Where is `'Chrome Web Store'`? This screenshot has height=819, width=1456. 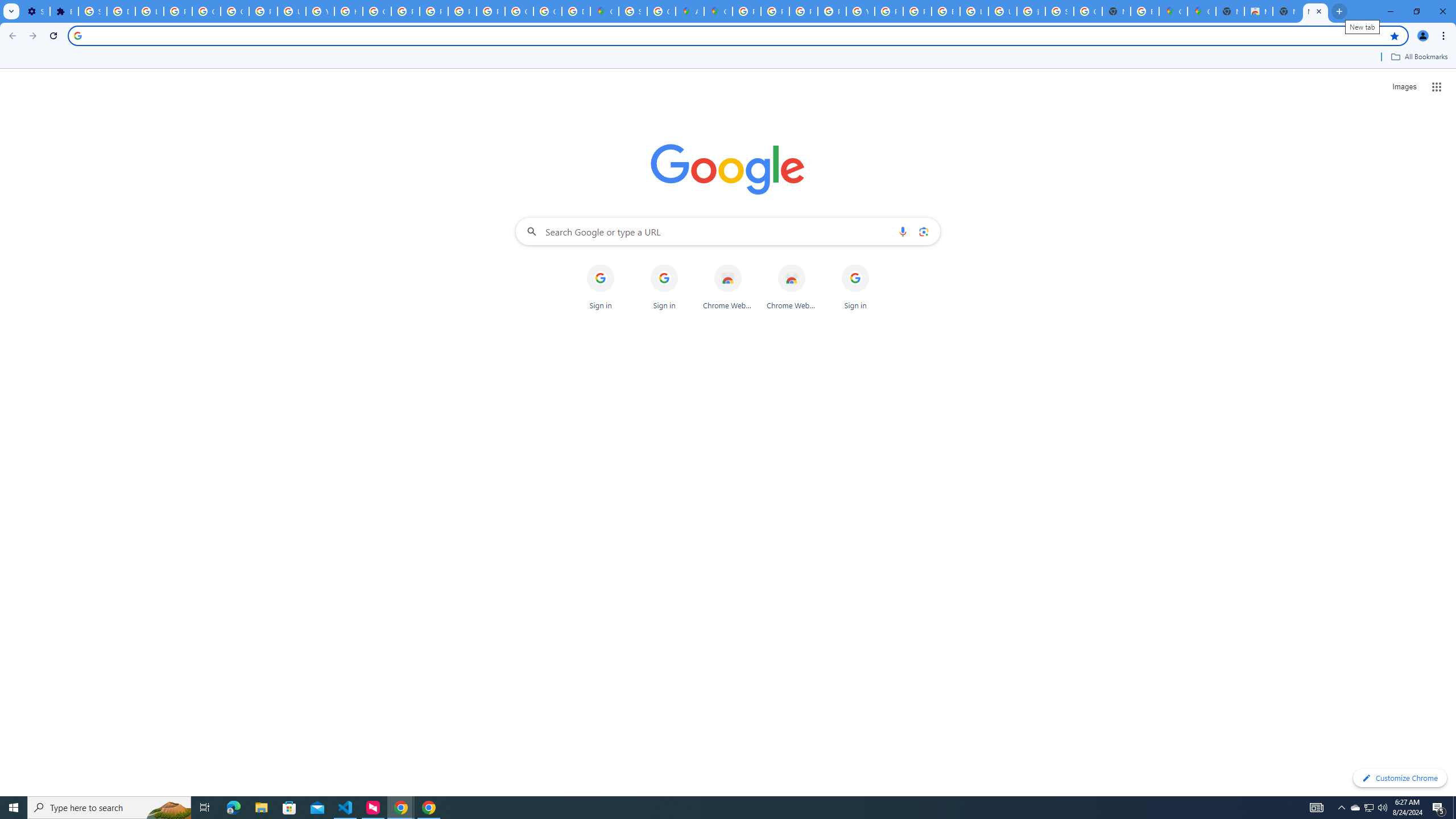
'Chrome Web Store' is located at coordinates (791, 287).